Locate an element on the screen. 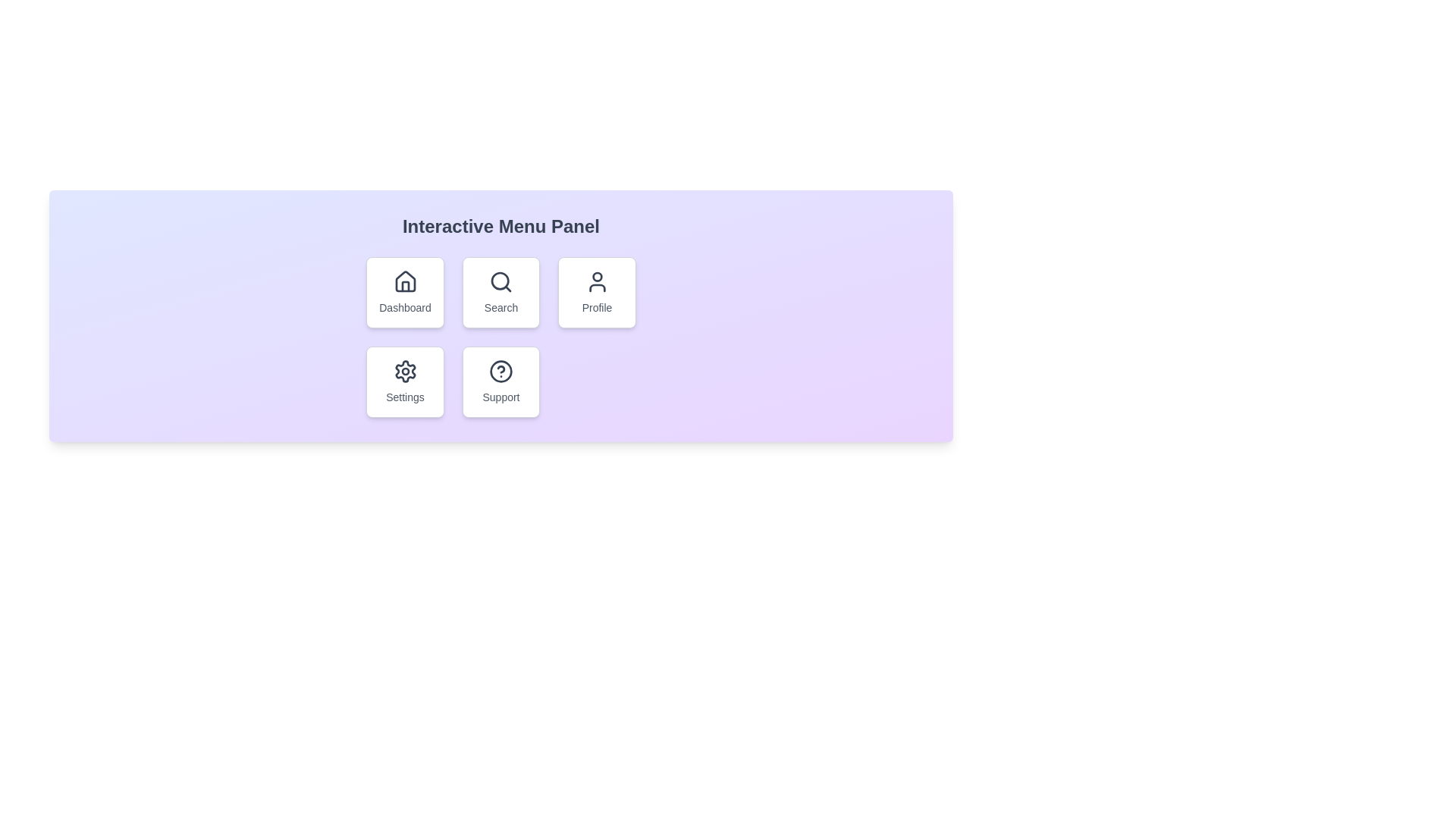  the 'Dashboard' button, which is the leftmost card in the top row of the grid layout is located at coordinates (405, 292).